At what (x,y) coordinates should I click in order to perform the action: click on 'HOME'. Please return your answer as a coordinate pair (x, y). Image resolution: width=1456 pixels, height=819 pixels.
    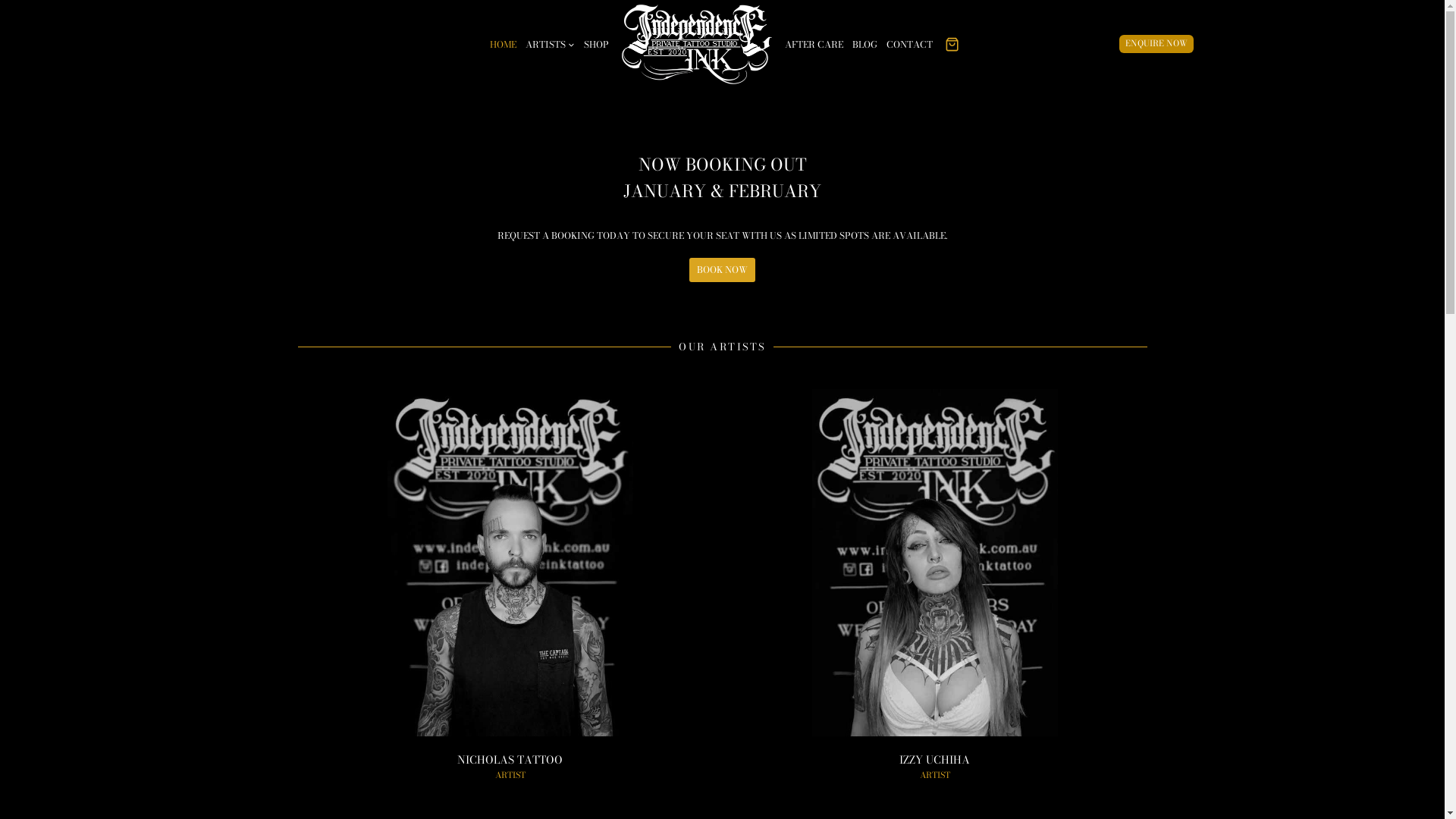
    Looking at the image, I should click on (484, 42).